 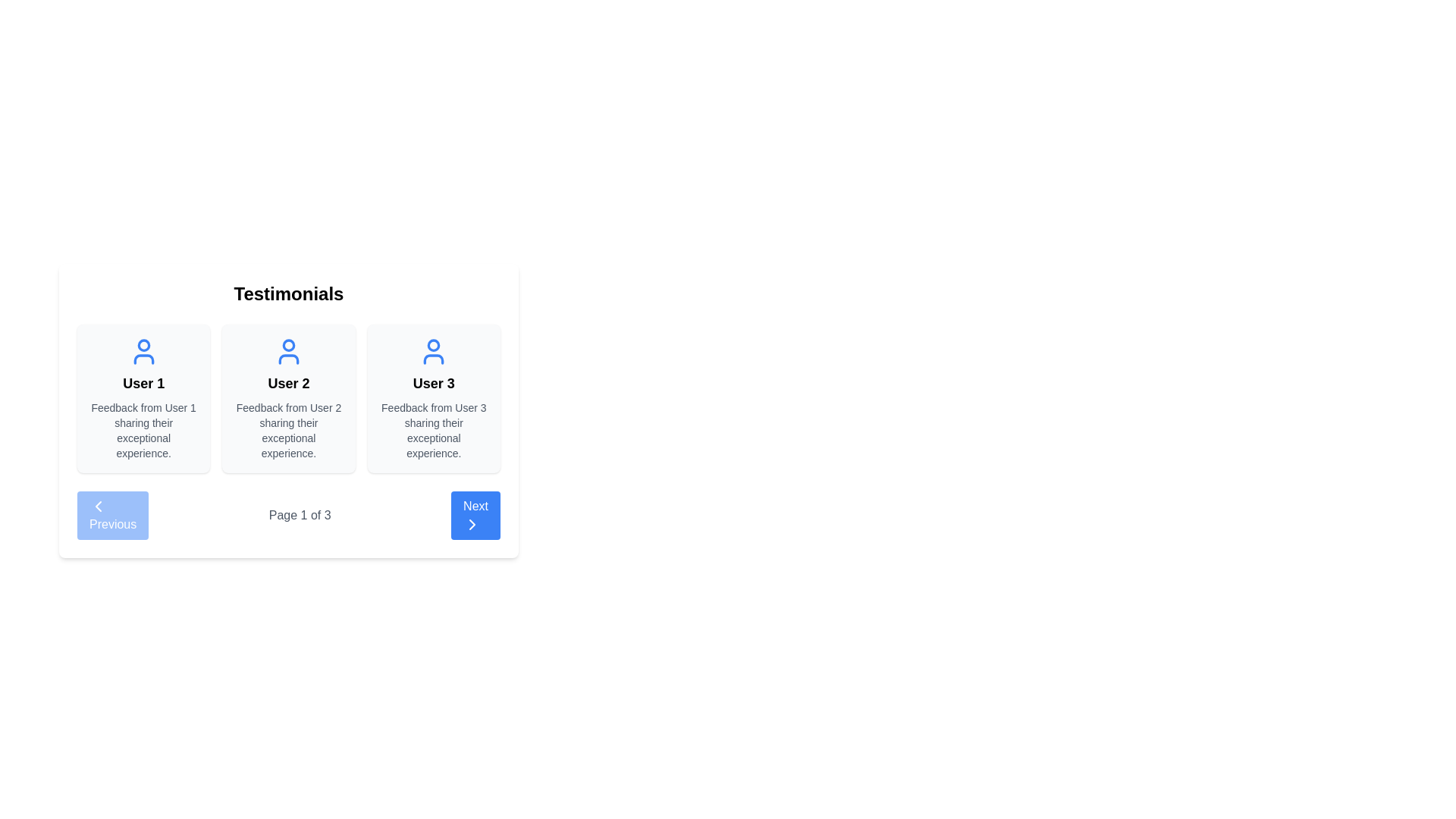 What do you see at coordinates (472, 523) in the screenshot?
I see `the forward navigation icon located inside the 'Next' button at the bottom-right corner of the interface, adjacent to the 'Next' text label` at bounding box center [472, 523].